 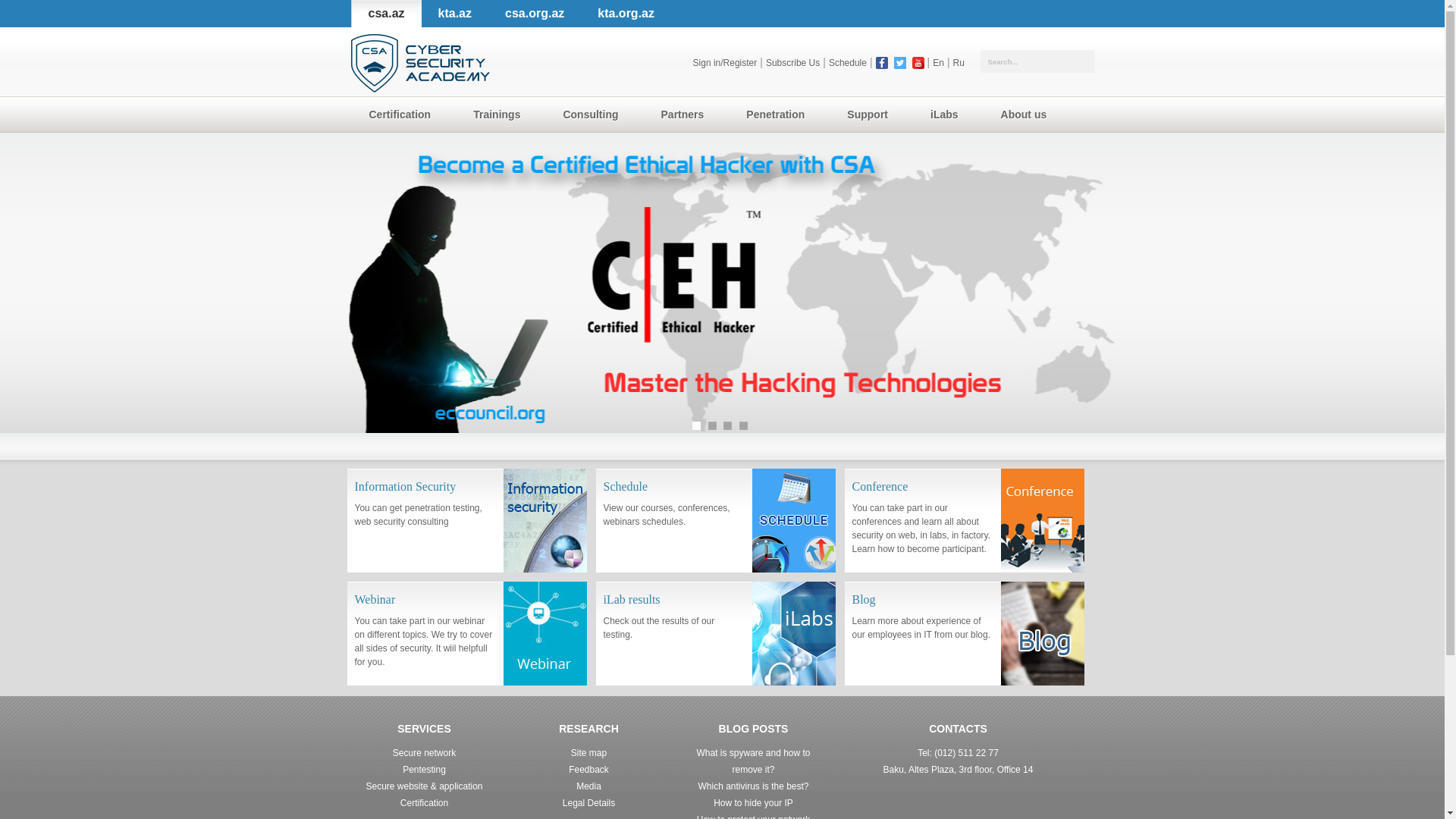 I want to click on 'Support', so click(x=870, y=114).